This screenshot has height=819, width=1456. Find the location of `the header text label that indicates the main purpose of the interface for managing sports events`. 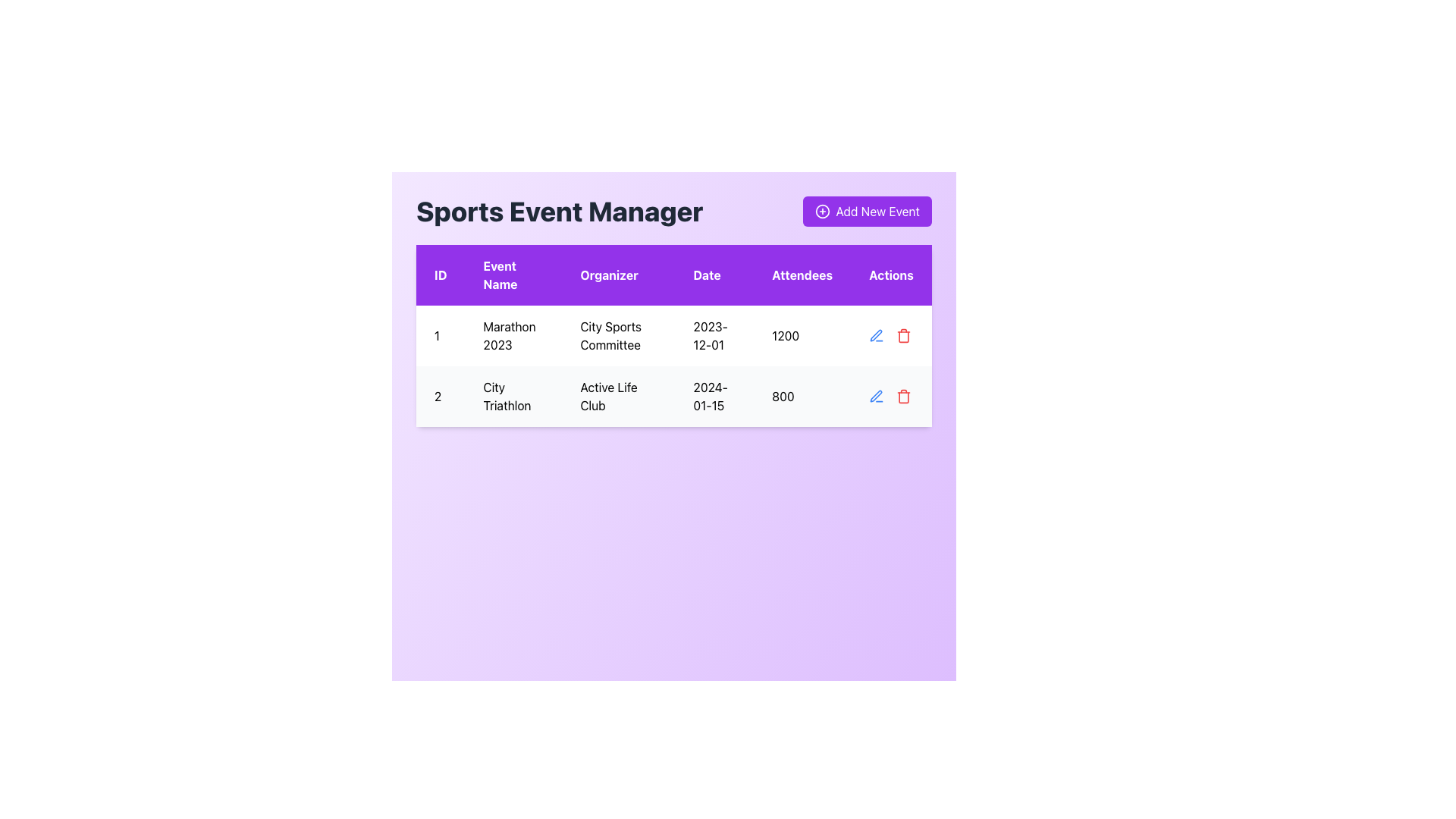

the header text label that indicates the main purpose of the interface for managing sports events is located at coordinates (559, 211).